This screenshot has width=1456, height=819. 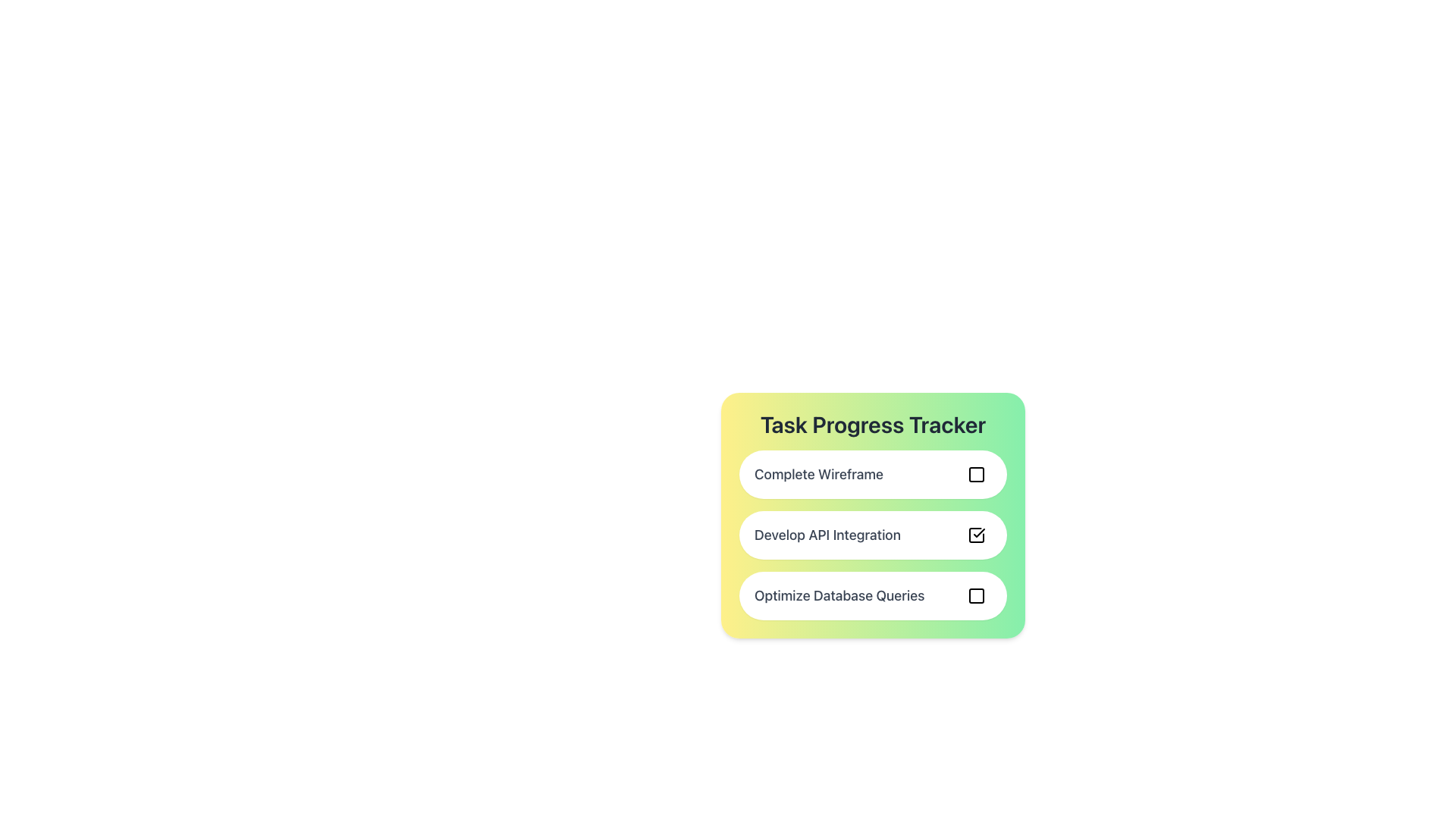 I want to click on the delete button associated with the task 'Optimize Database Queries' in the 'Task Progress Tracker', so click(x=976, y=595).